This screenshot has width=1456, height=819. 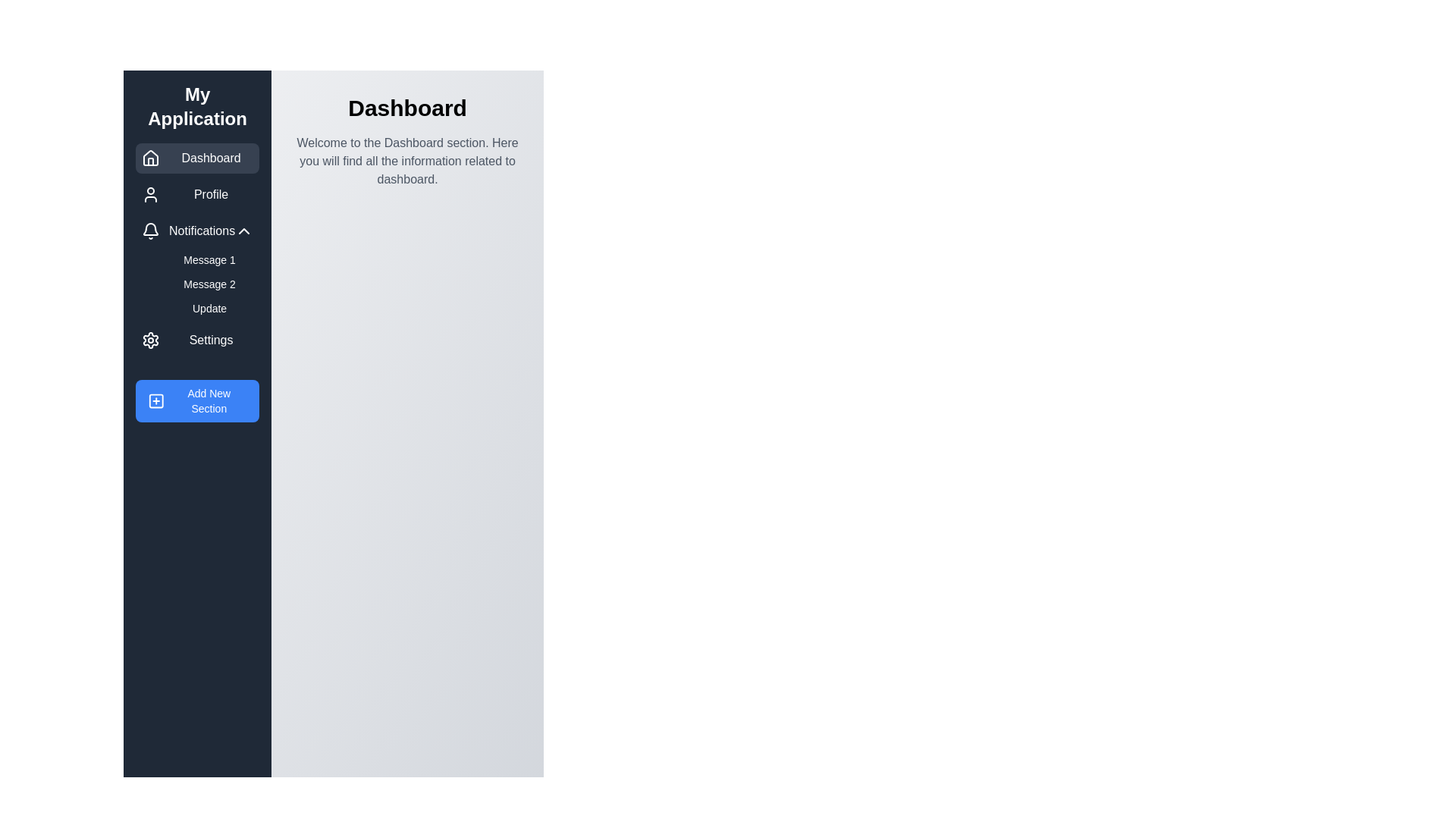 What do you see at coordinates (196, 106) in the screenshot?
I see `the static text display labeled 'My Application', which is positioned in the upper left sidebar above the navigation links` at bounding box center [196, 106].